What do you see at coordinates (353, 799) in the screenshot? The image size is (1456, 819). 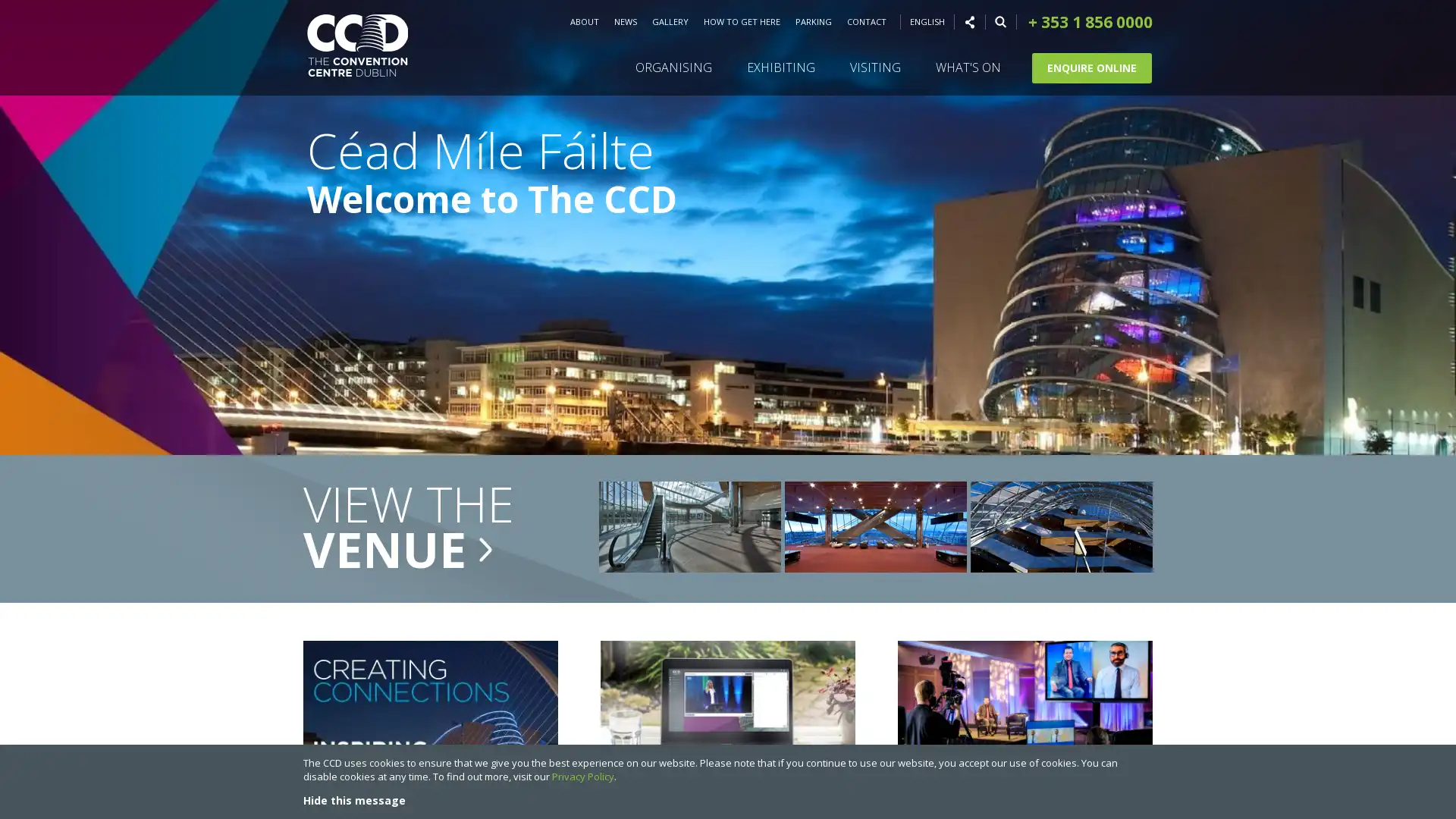 I see `Hide this message` at bounding box center [353, 799].